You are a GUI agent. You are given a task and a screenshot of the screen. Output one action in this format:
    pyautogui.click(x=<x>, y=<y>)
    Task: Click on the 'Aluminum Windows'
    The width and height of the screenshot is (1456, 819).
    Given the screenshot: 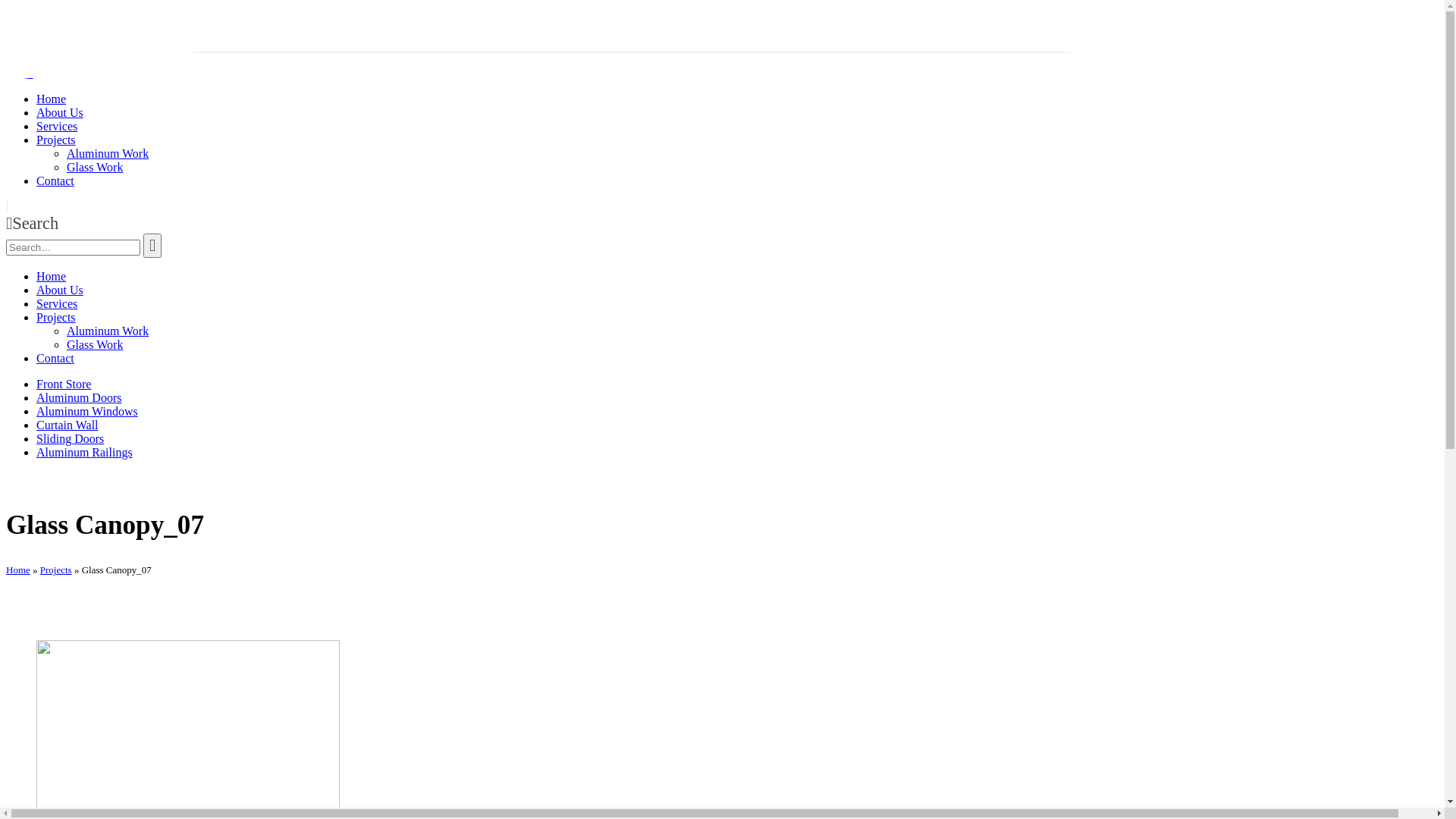 What is the action you would take?
    pyautogui.click(x=36, y=411)
    